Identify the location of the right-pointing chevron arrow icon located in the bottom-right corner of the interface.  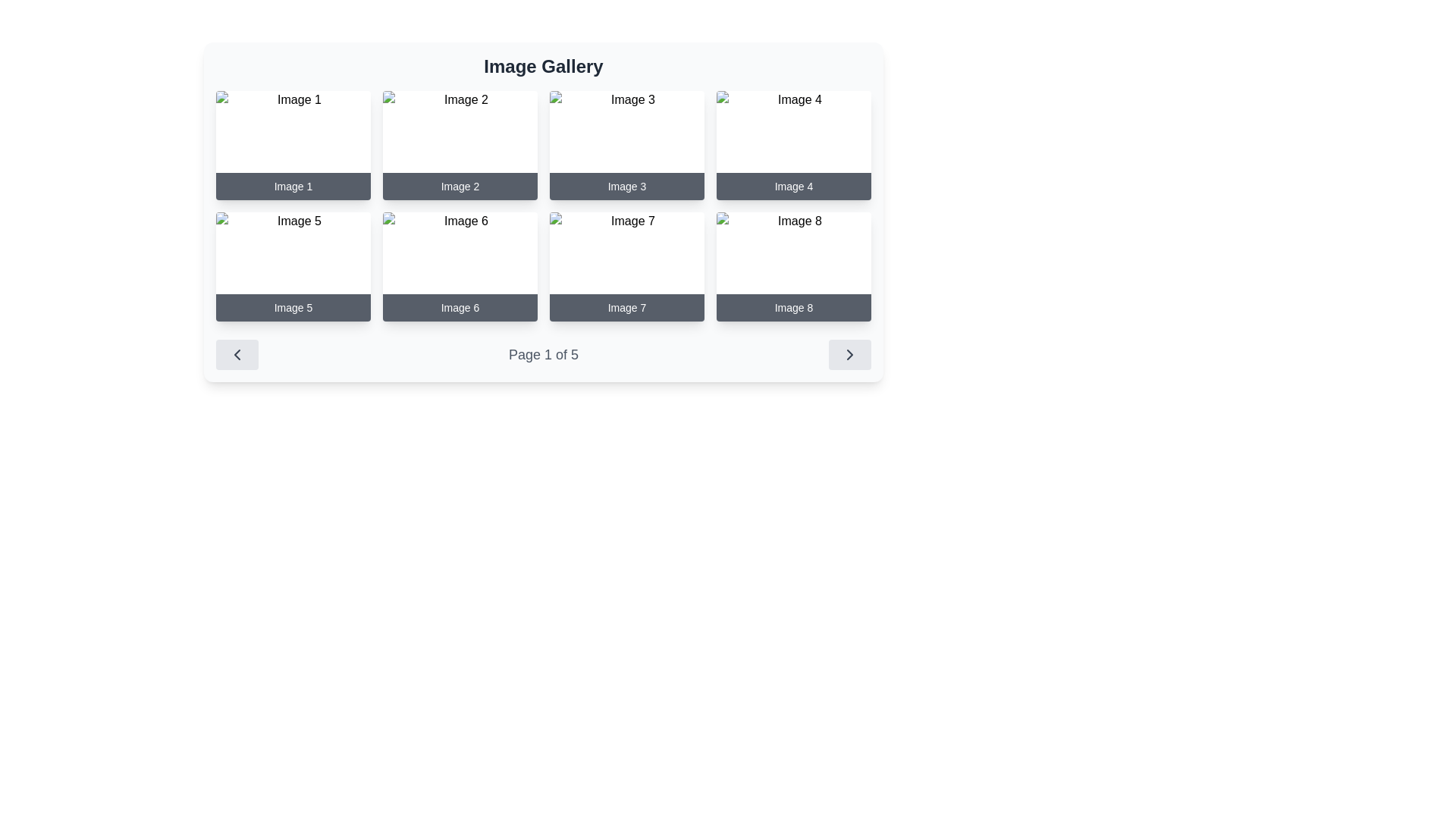
(850, 354).